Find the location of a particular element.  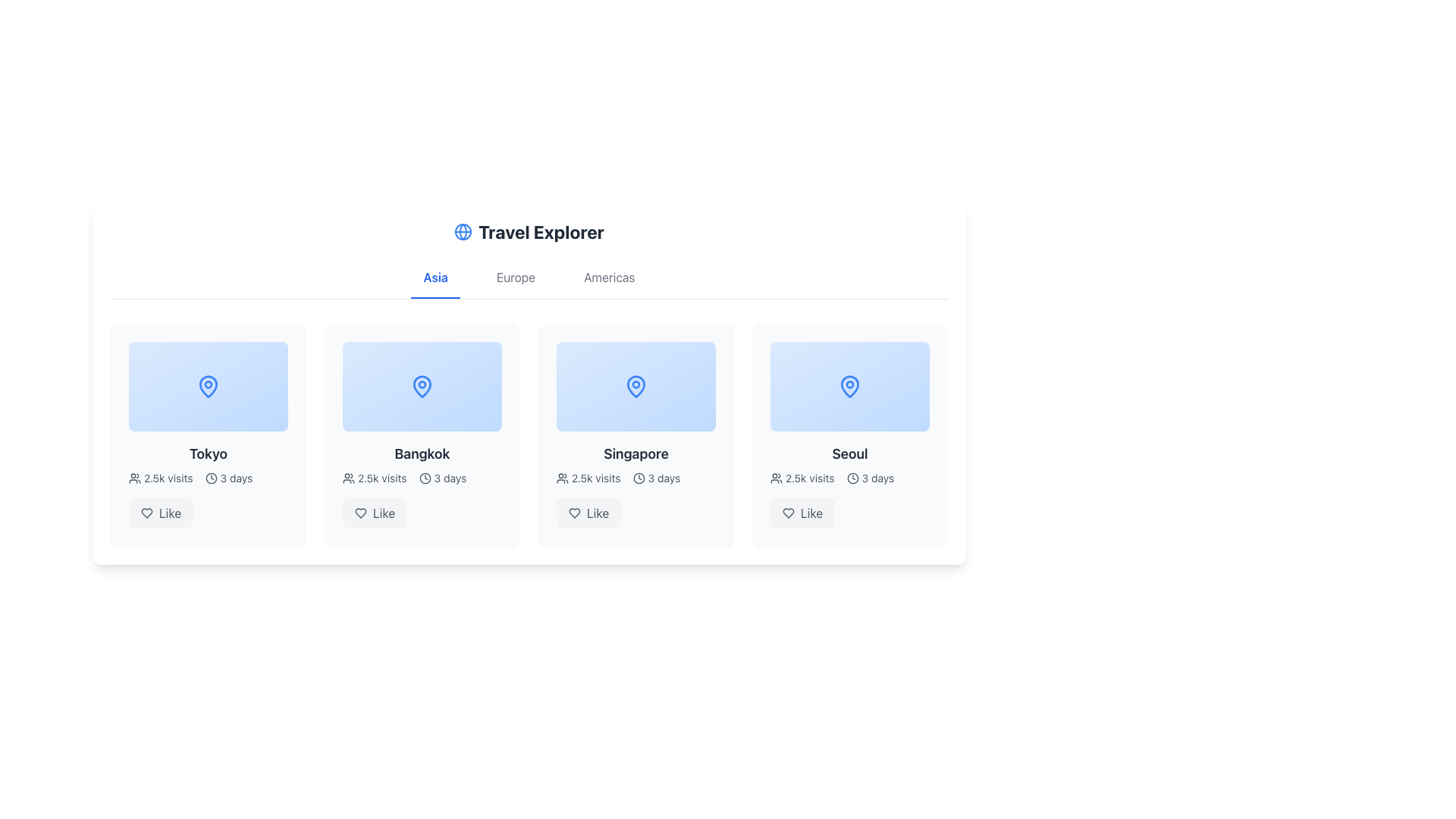

the like button located at the bottom right corner of the Singapore card to trigger a hover effect is located at coordinates (588, 513).